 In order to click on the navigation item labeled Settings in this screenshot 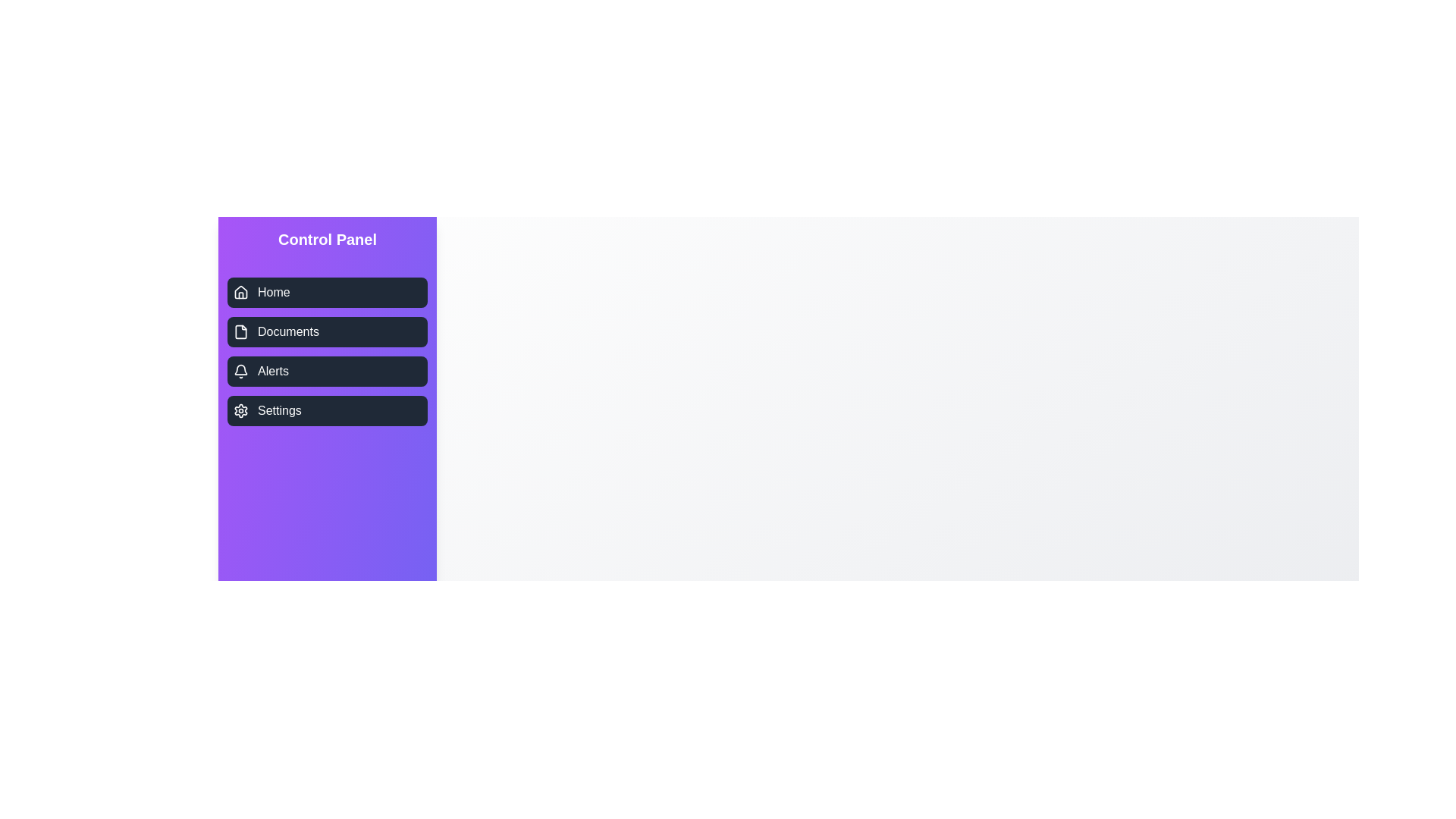, I will do `click(327, 411)`.